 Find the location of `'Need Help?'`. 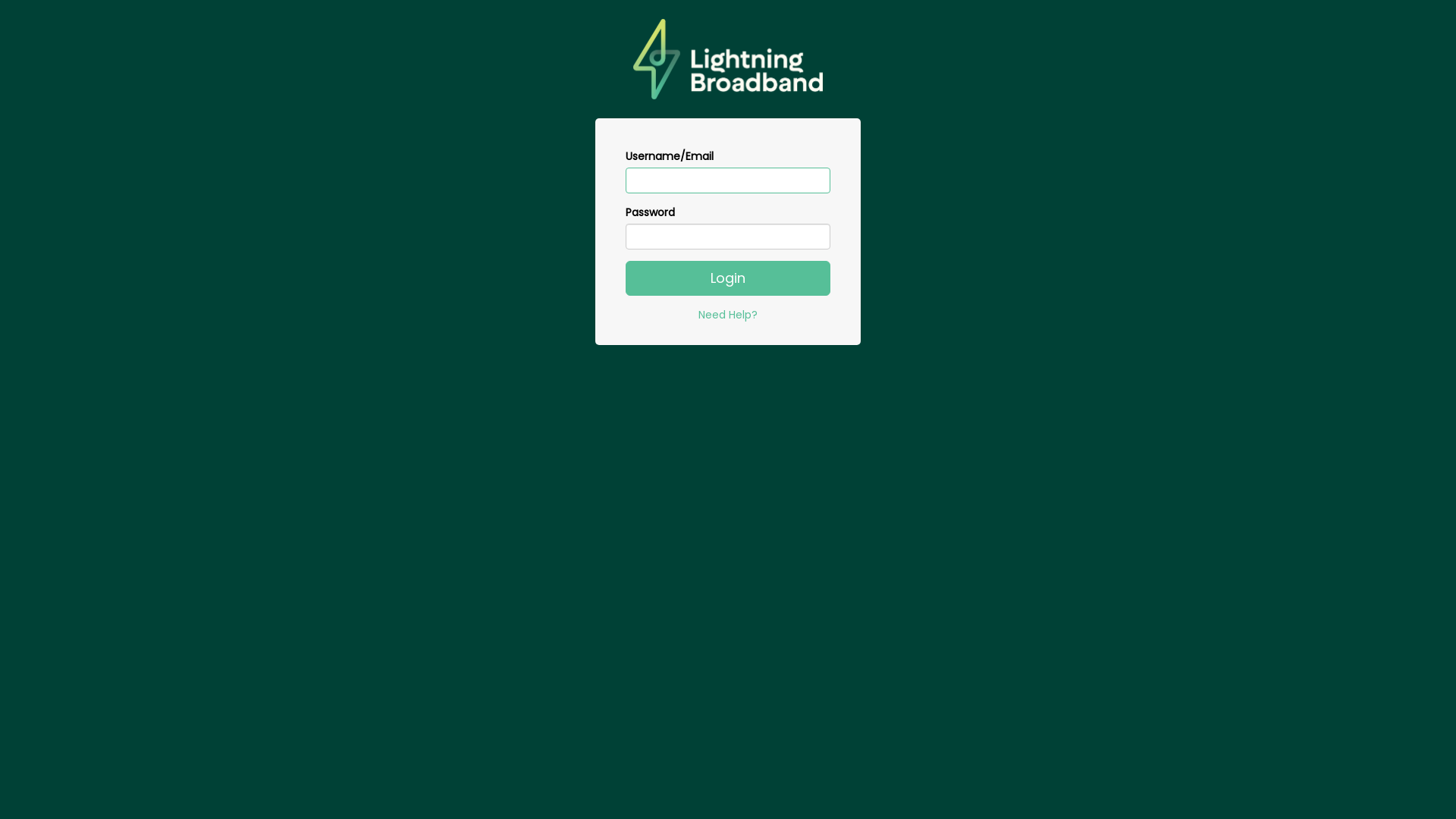

'Need Help?' is located at coordinates (698, 314).